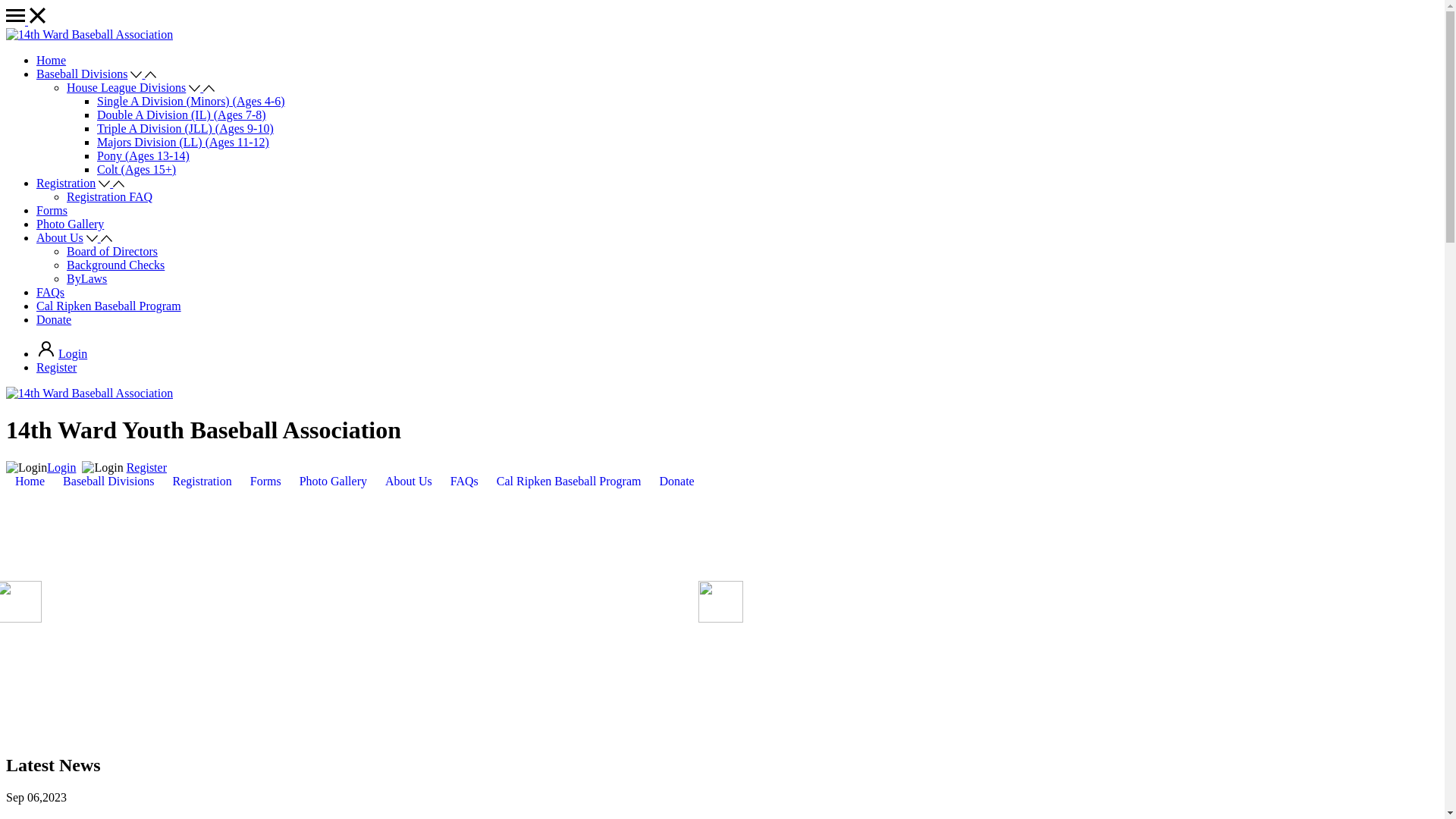 The height and width of the screenshot is (819, 1456). What do you see at coordinates (332, 482) in the screenshot?
I see `'Photo Gallery'` at bounding box center [332, 482].